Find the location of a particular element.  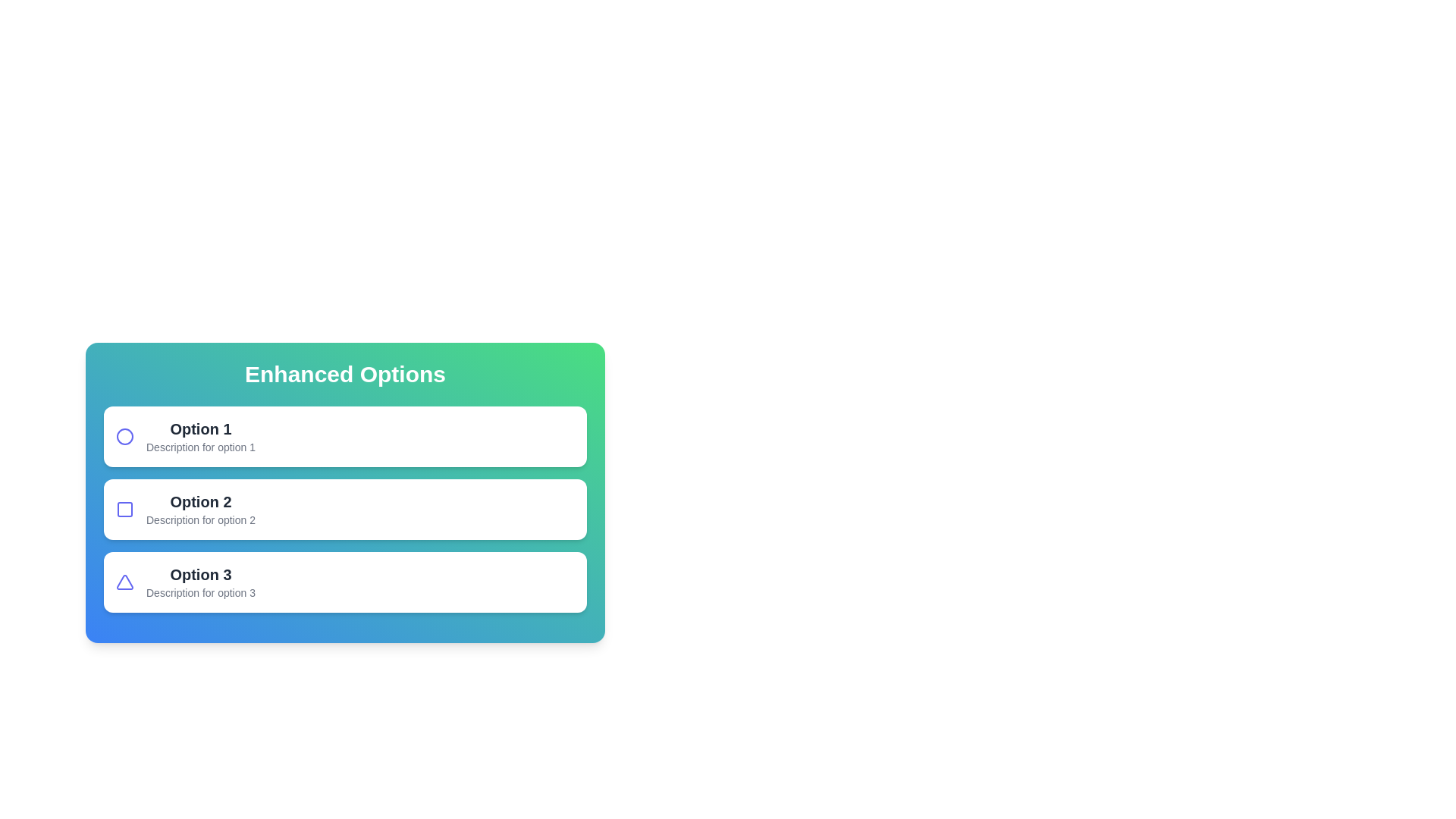

the text label that provides information for the first selectable option under the 'Enhanced Options' title is located at coordinates (199, 436).